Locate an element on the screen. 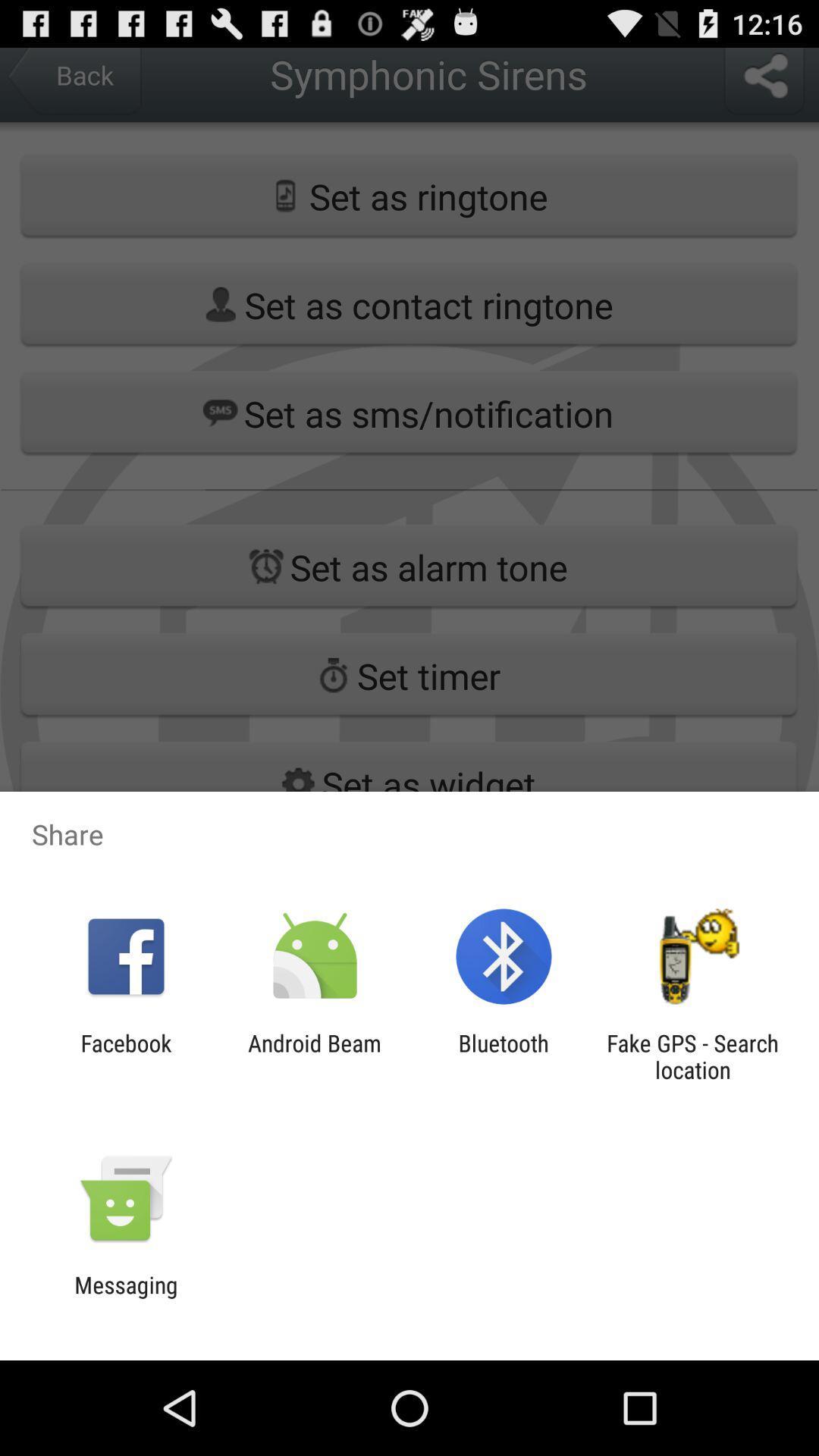  item to the right of android beam icon is located at coordinates (504, 1056).